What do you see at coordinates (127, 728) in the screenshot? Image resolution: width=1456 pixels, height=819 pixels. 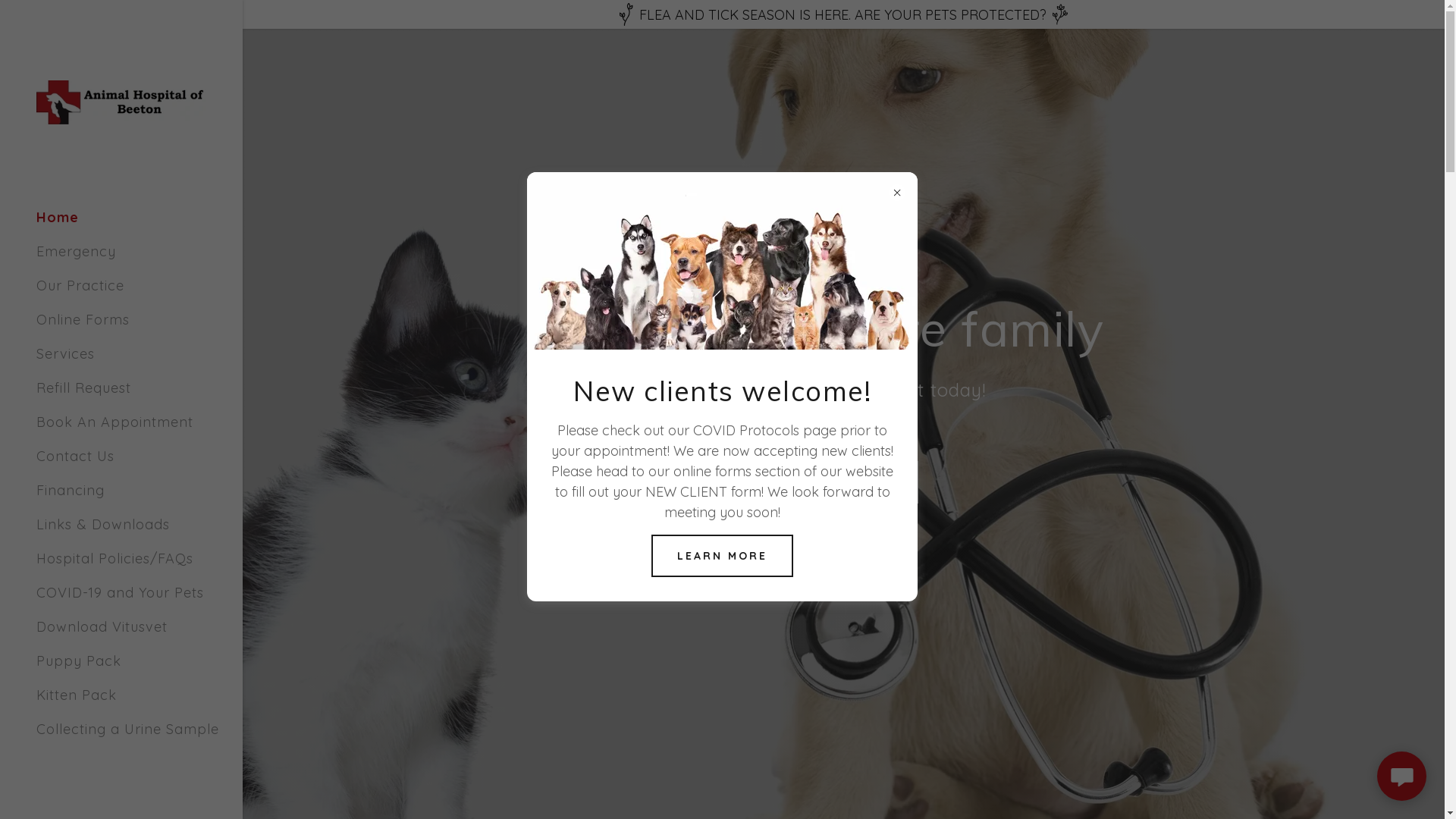 I see `'Collecting a Urine Sample'` at bounding box center [127, 728].